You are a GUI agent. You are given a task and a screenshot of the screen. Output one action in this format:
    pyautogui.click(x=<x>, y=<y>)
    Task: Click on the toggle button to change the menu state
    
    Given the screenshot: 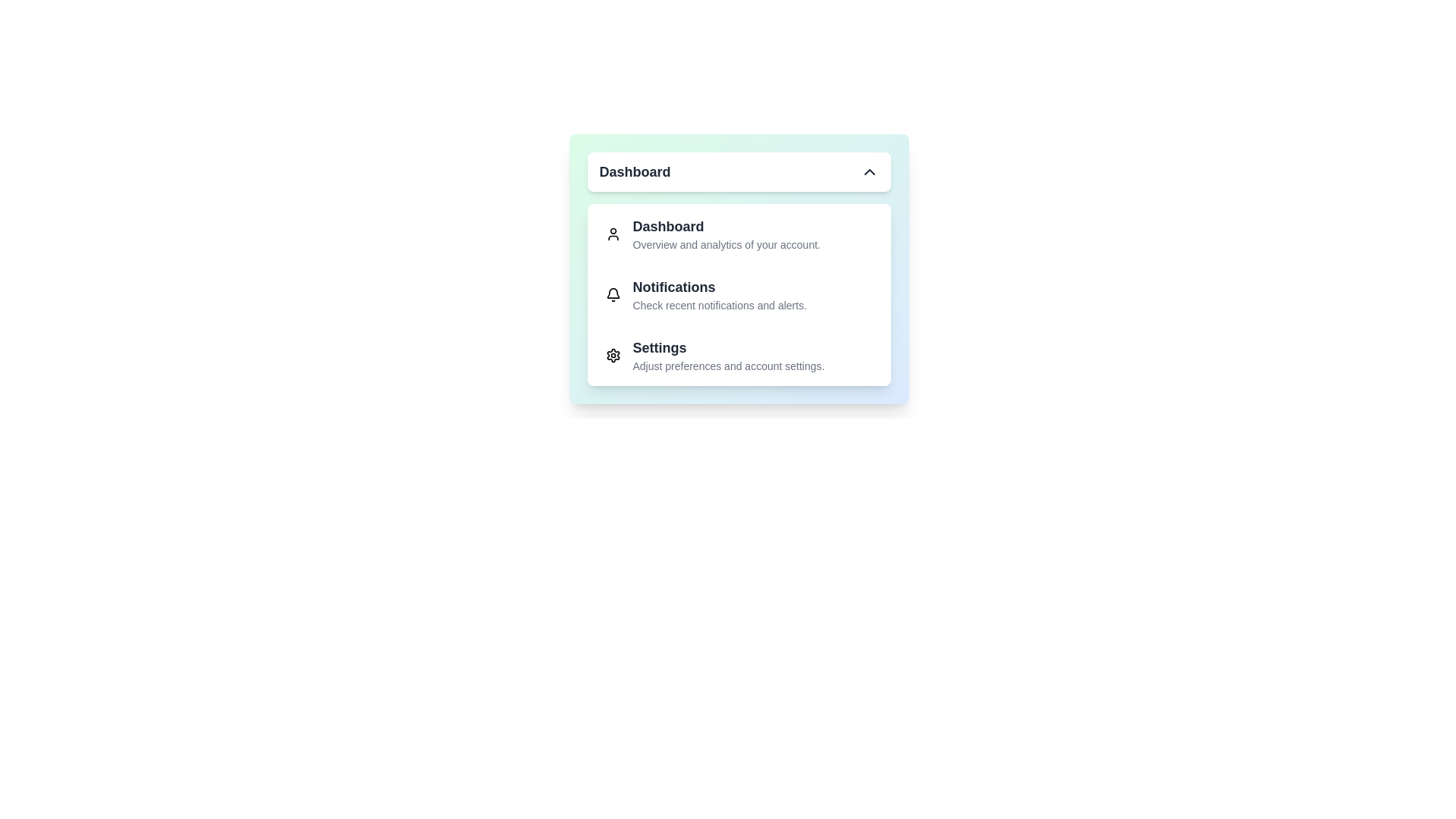 What is the action you would take?
    pyautogui.click(x=739, y=171)
    